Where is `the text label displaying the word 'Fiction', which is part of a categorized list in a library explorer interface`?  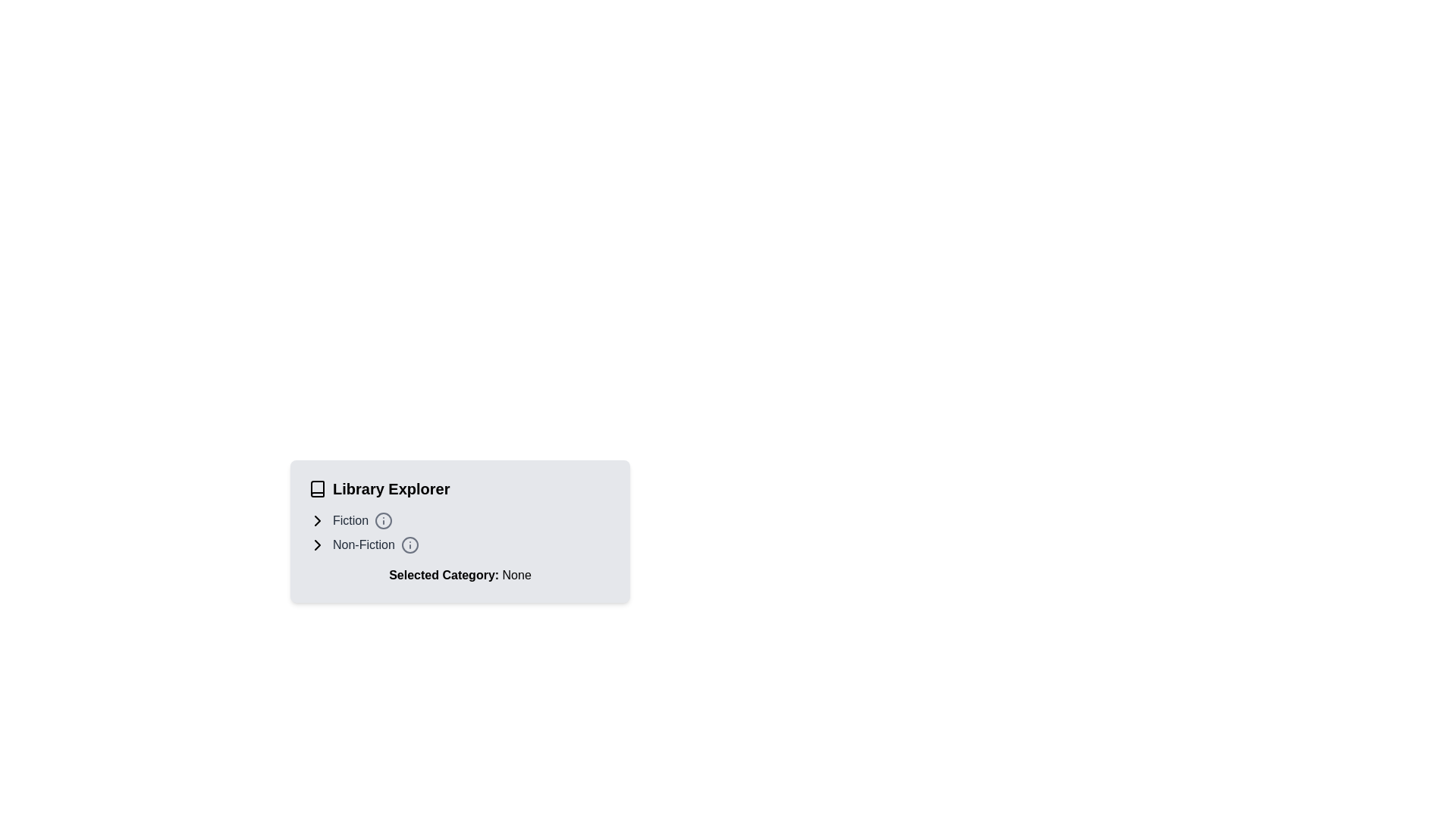 the text label displaying the word 'Fiction', which is part of a categorized list in a library explorer interface is located at coordinates (350, 519).